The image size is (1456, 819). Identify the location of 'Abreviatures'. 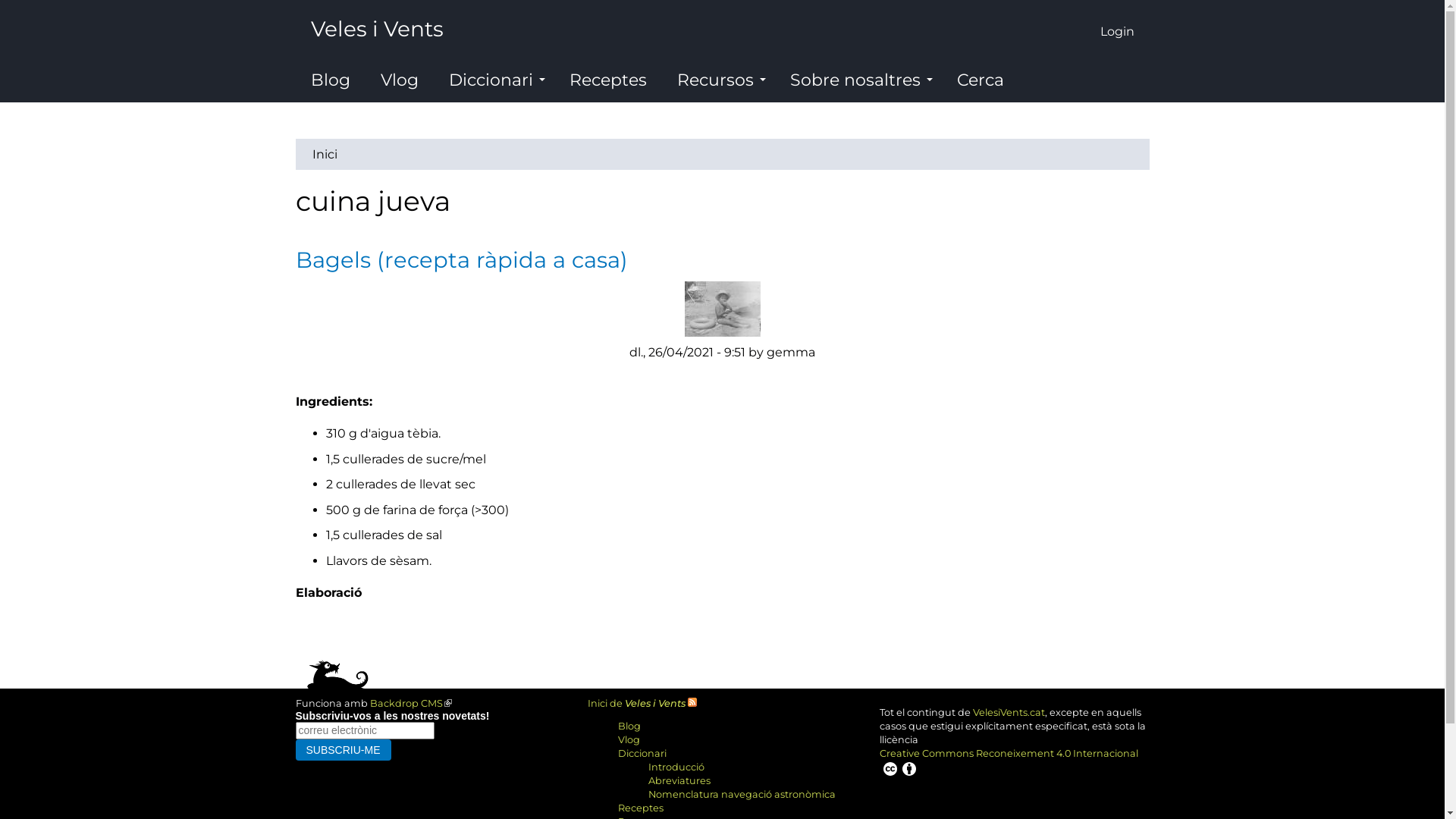
(679, 780).